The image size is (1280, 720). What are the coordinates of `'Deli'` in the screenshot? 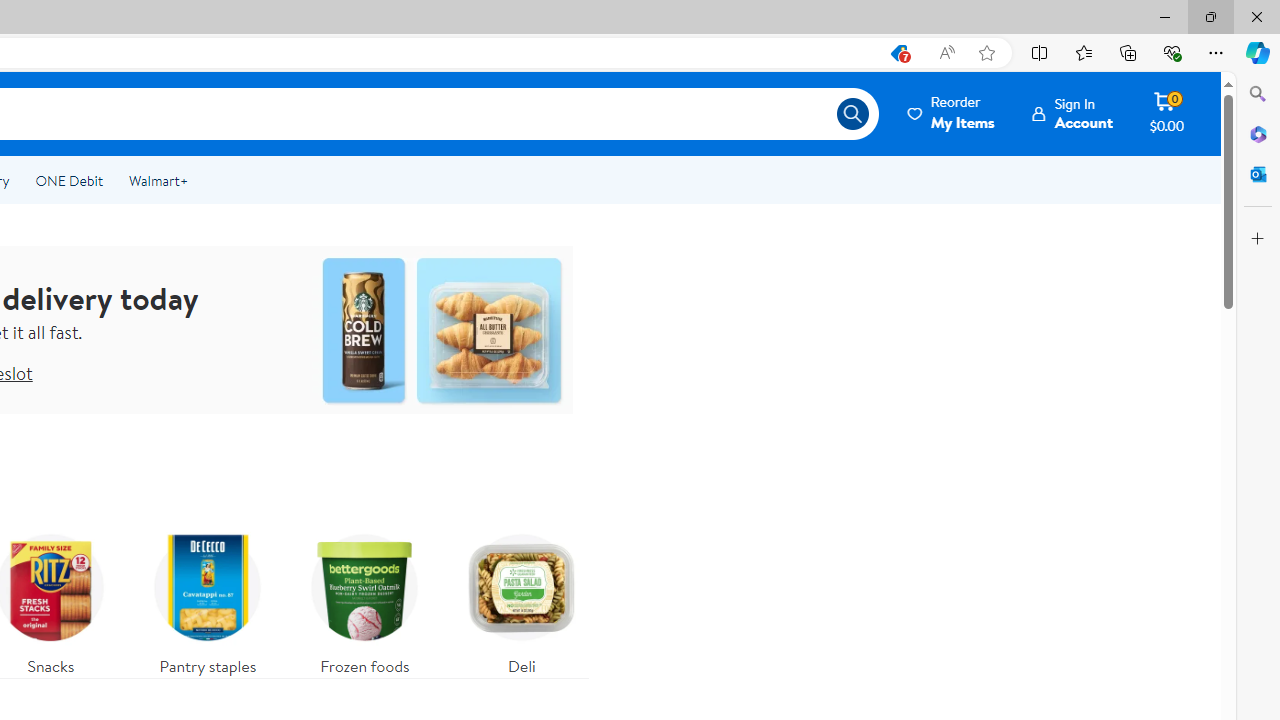 It's located at (522, 598).